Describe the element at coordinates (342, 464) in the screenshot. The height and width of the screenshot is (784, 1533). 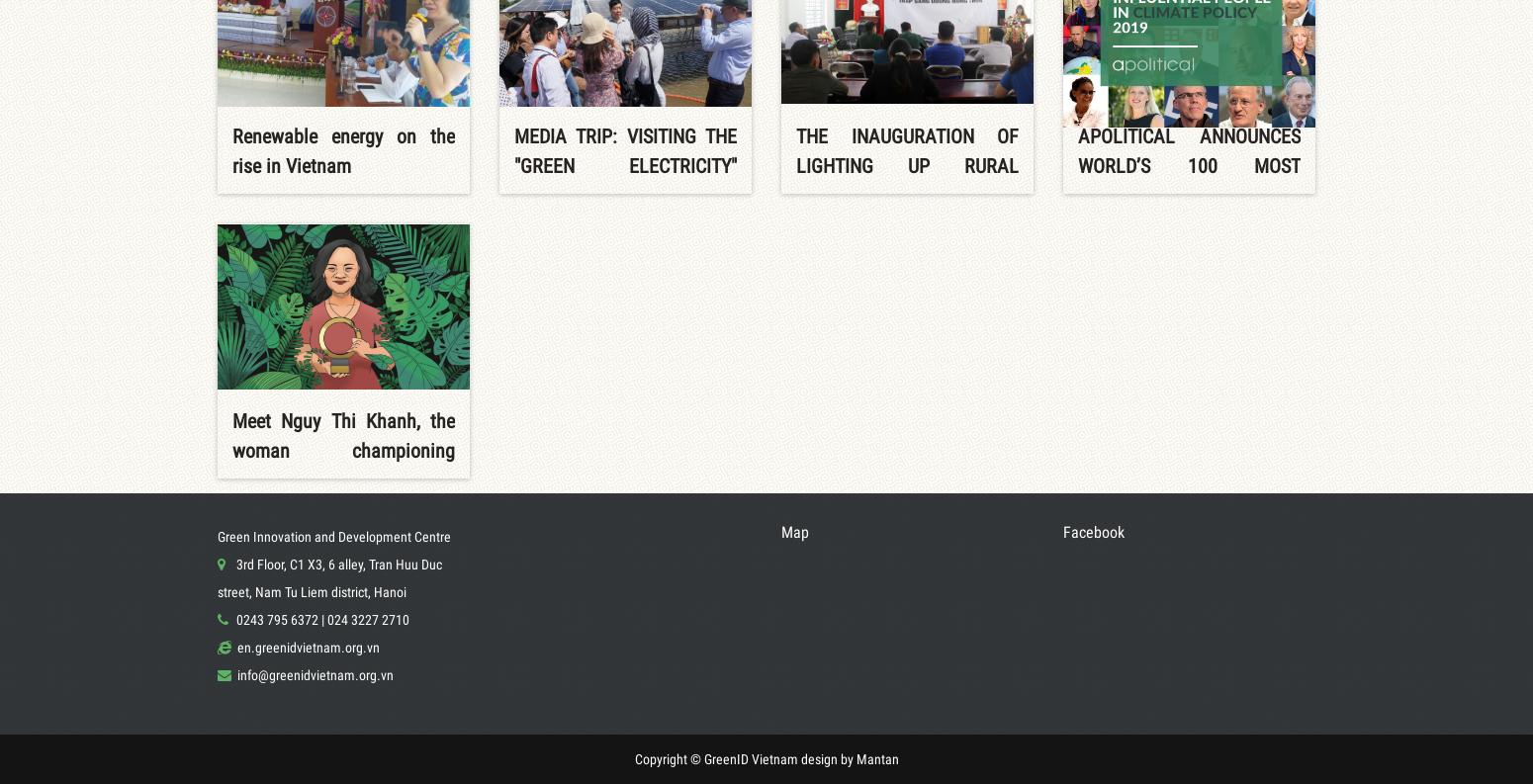
I see `'Meet Nguy Thi Khanh, the woman championing Vietnam’s energy development'` at that location.